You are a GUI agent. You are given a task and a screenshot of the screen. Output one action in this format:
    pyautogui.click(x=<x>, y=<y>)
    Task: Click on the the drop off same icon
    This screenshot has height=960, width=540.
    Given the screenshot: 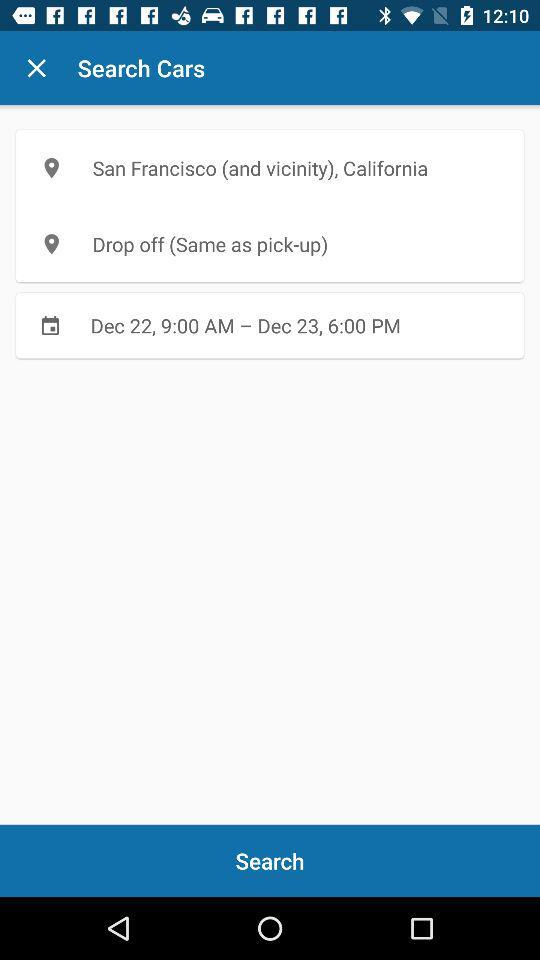 What is the action you would take?
    pyautogui.click(x=270, y=243)
    